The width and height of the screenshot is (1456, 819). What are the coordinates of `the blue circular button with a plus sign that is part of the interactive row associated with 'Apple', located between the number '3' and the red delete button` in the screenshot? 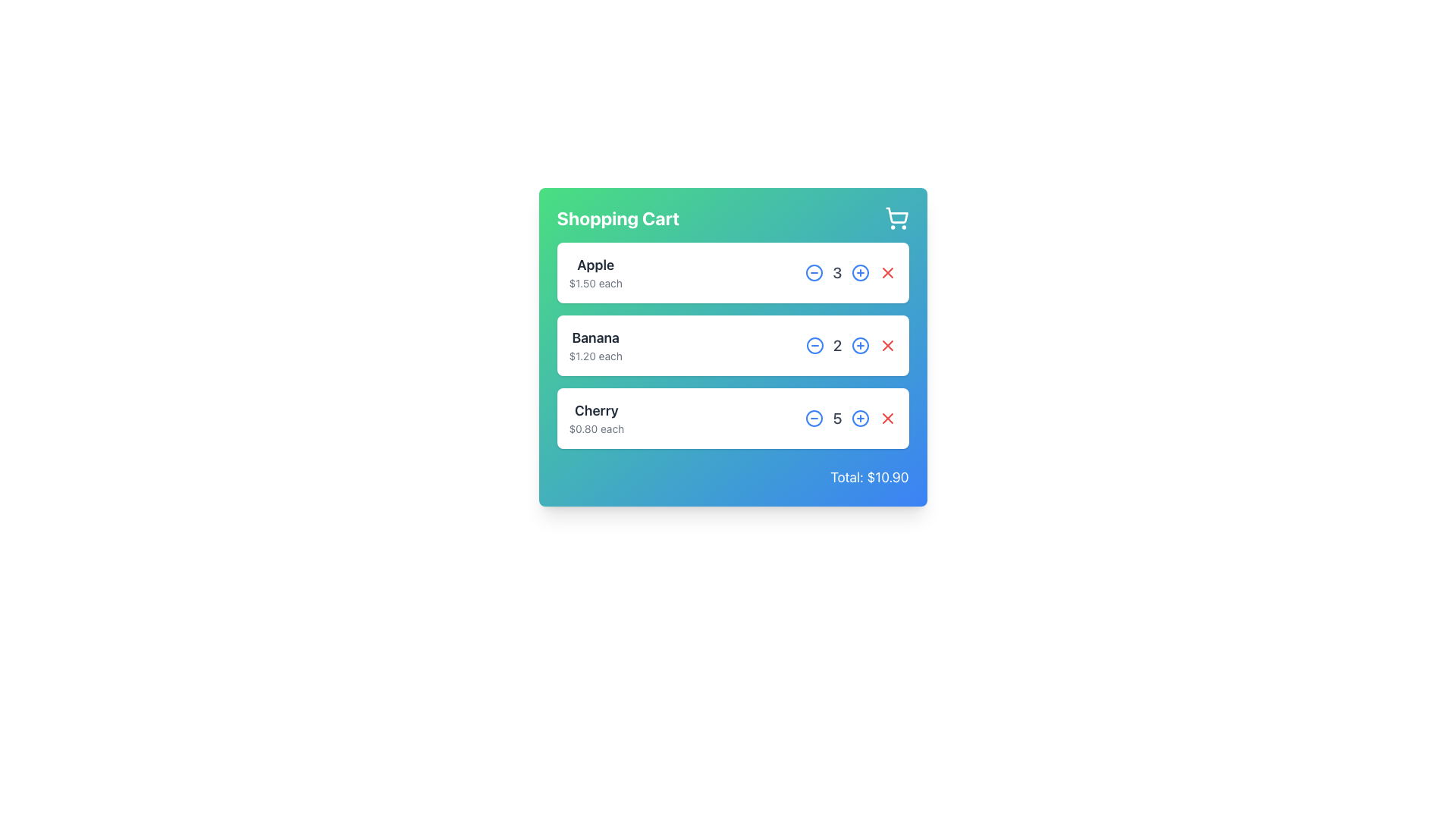 It's located at (860, 271).